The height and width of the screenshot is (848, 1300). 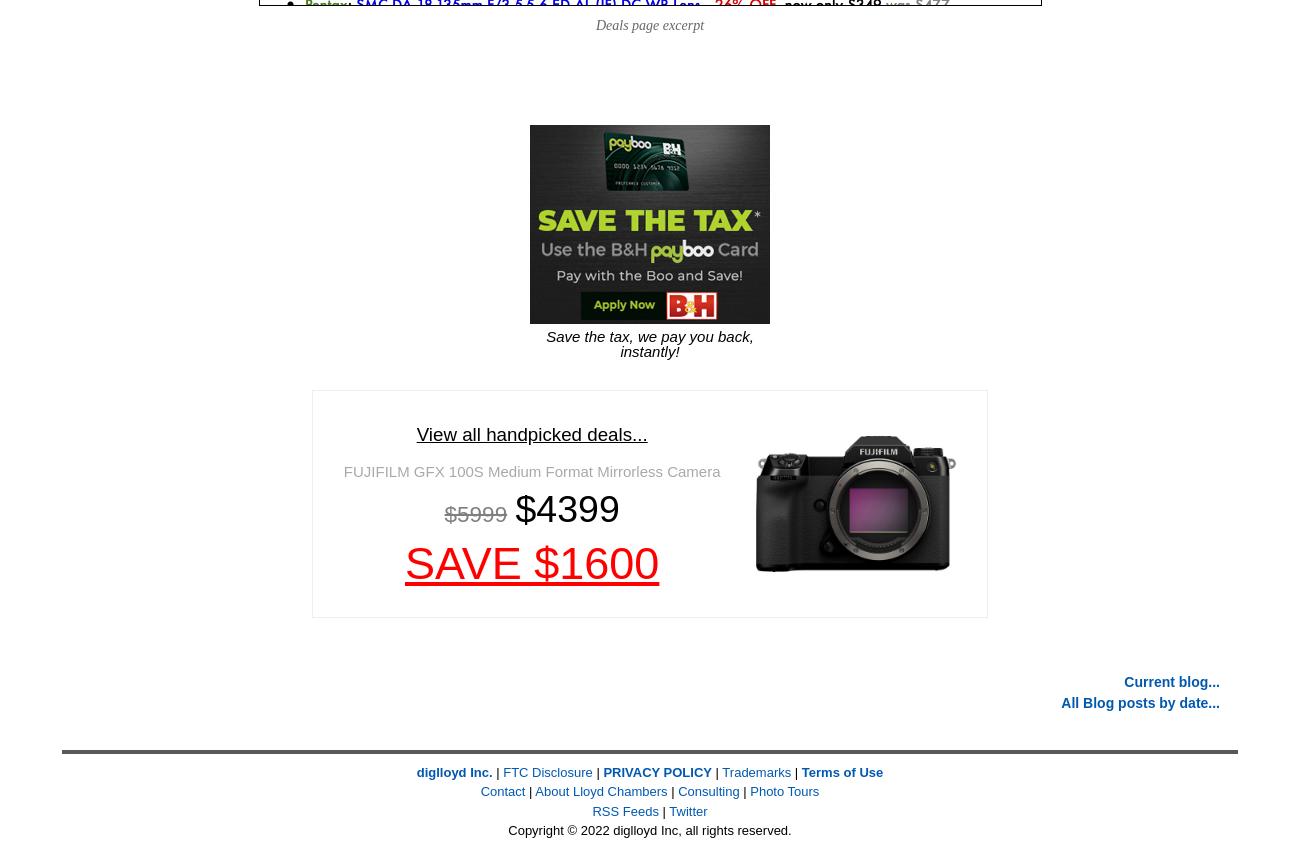 I want to click on 'Trademarks', so click(x=756, y=770).